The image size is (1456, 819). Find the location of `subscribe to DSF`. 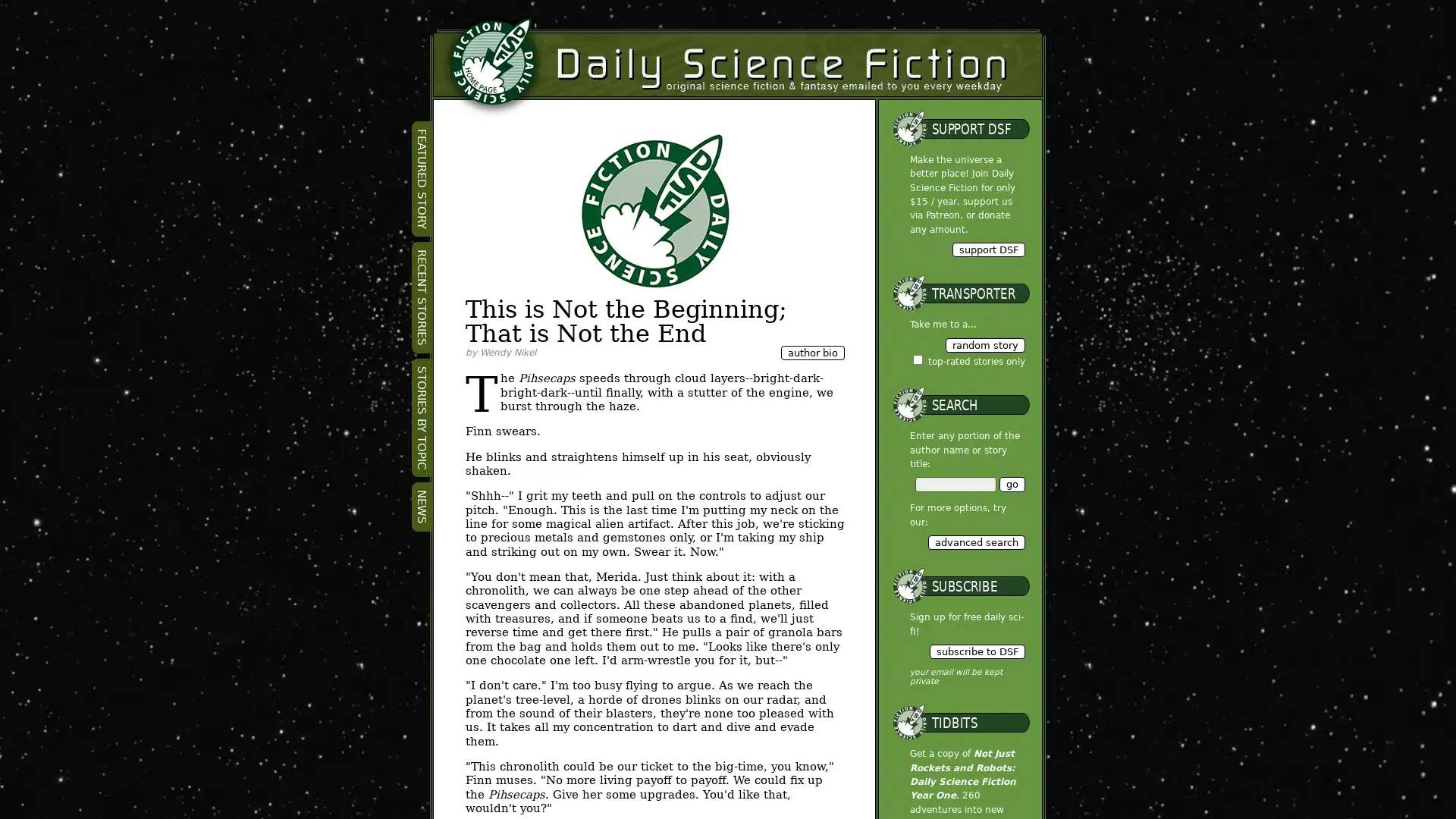

subscribe to DSF is located at coordinates (976, 651).